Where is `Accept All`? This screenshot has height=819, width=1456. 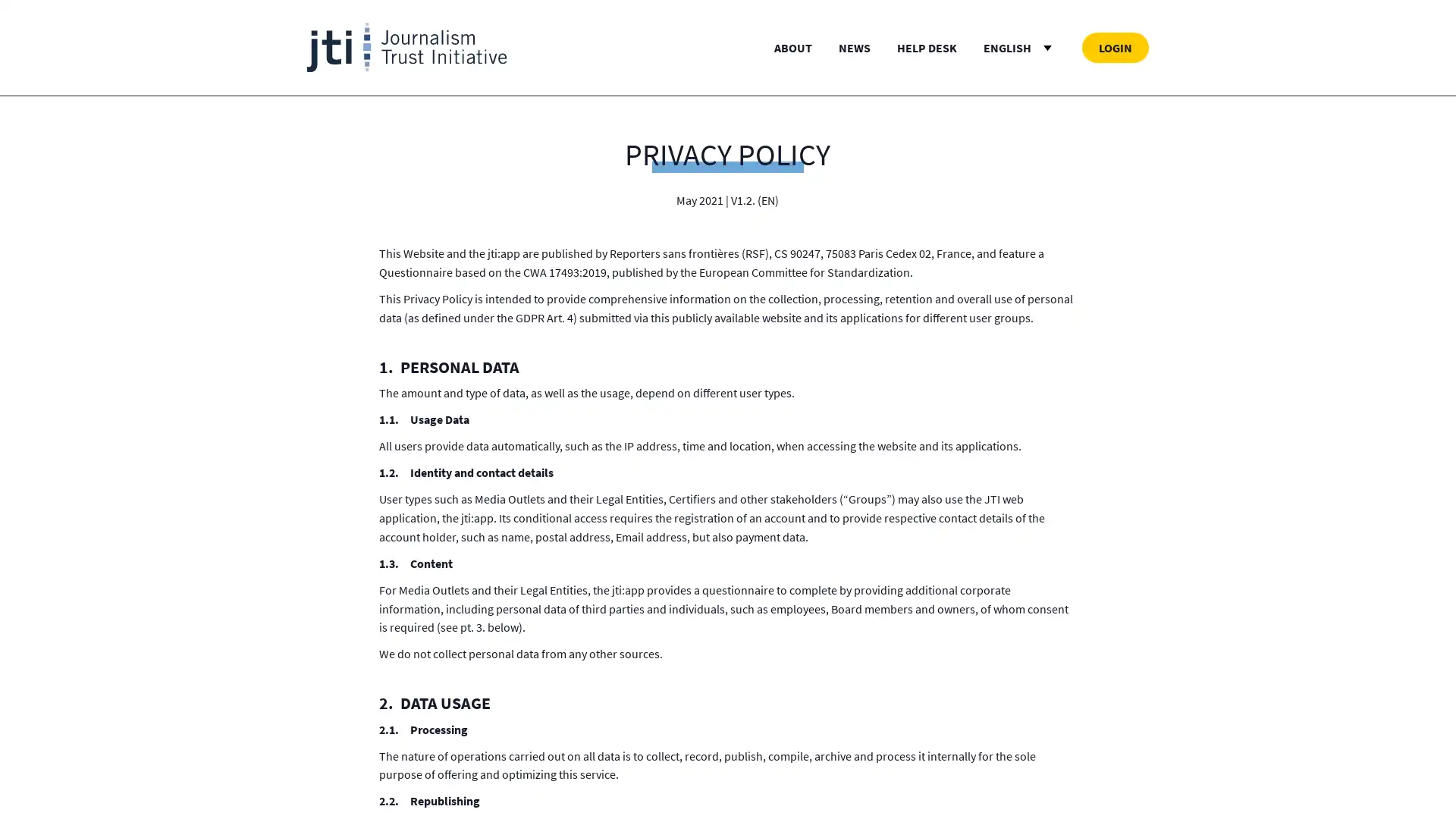 Accept All is located at coordinates (877, 496).